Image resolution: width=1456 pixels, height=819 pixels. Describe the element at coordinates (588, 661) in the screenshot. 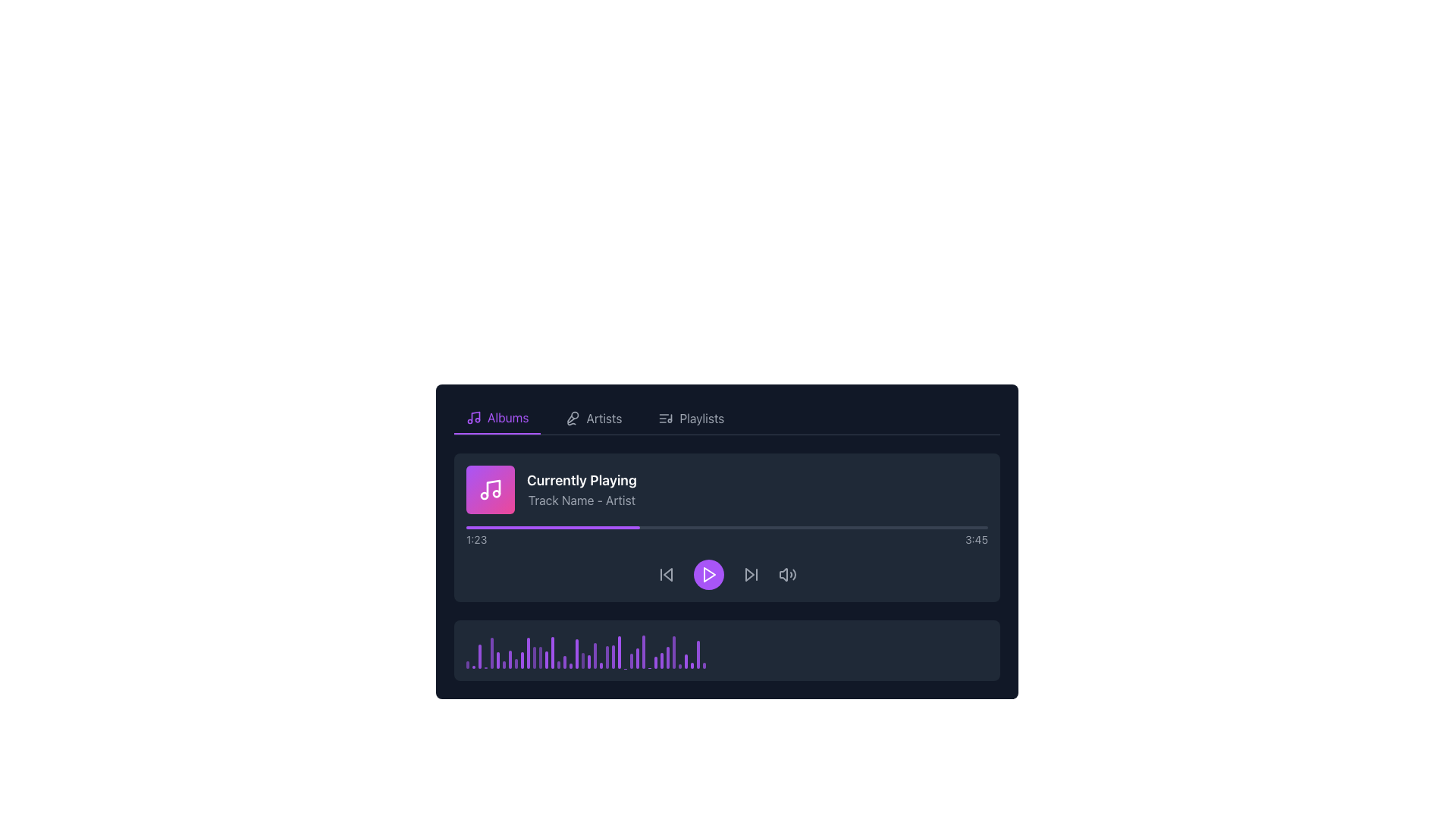

I see `the visual progress waveform bar, which is the 21st bar from the left in the horizontal array of waveform bars in the music player interface` at that location.